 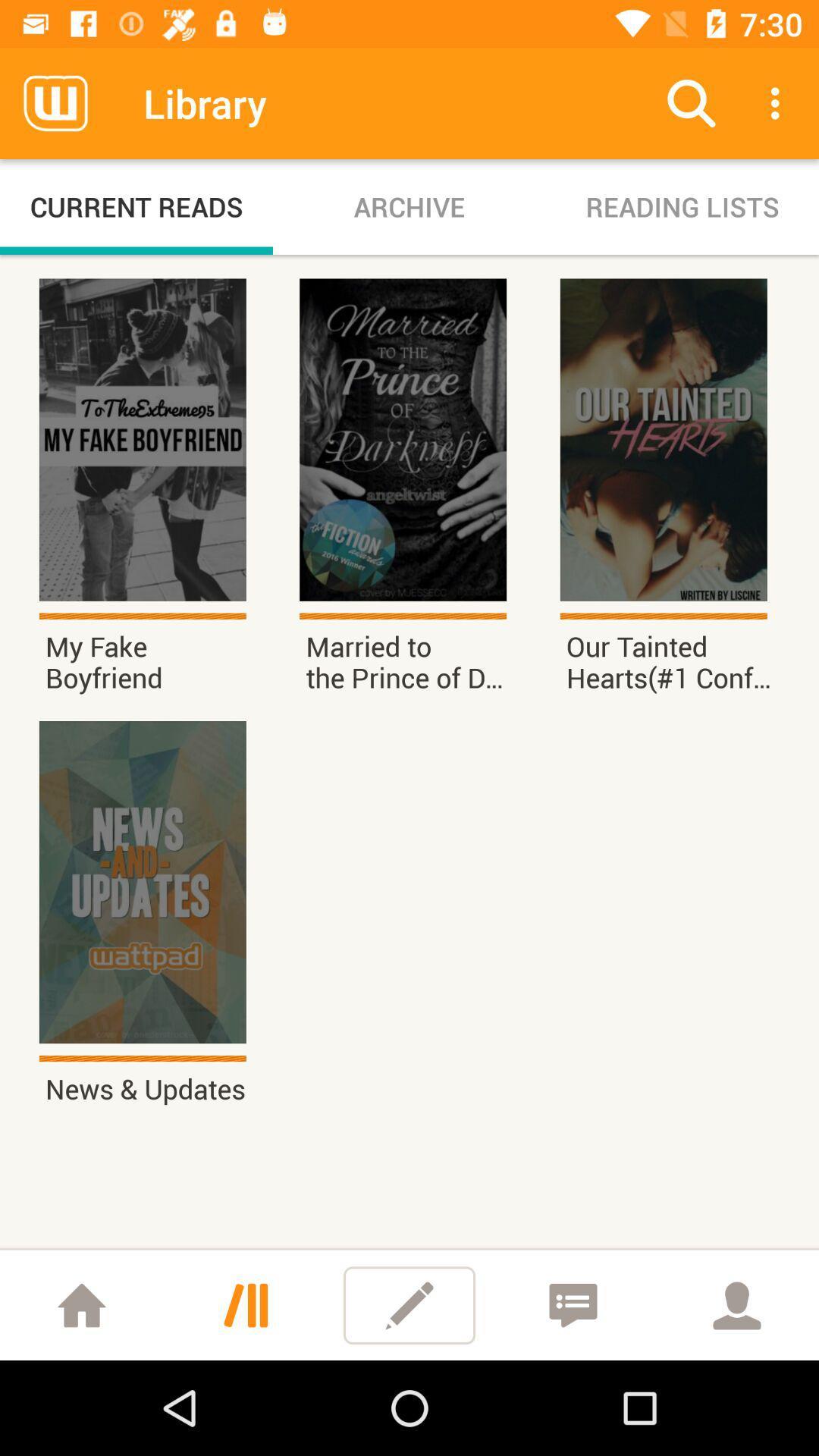 What do you see at coordinates (409, 206) in the screenshot?
I see `icon to the right of current reads icon` at bounding box center [409, 206].